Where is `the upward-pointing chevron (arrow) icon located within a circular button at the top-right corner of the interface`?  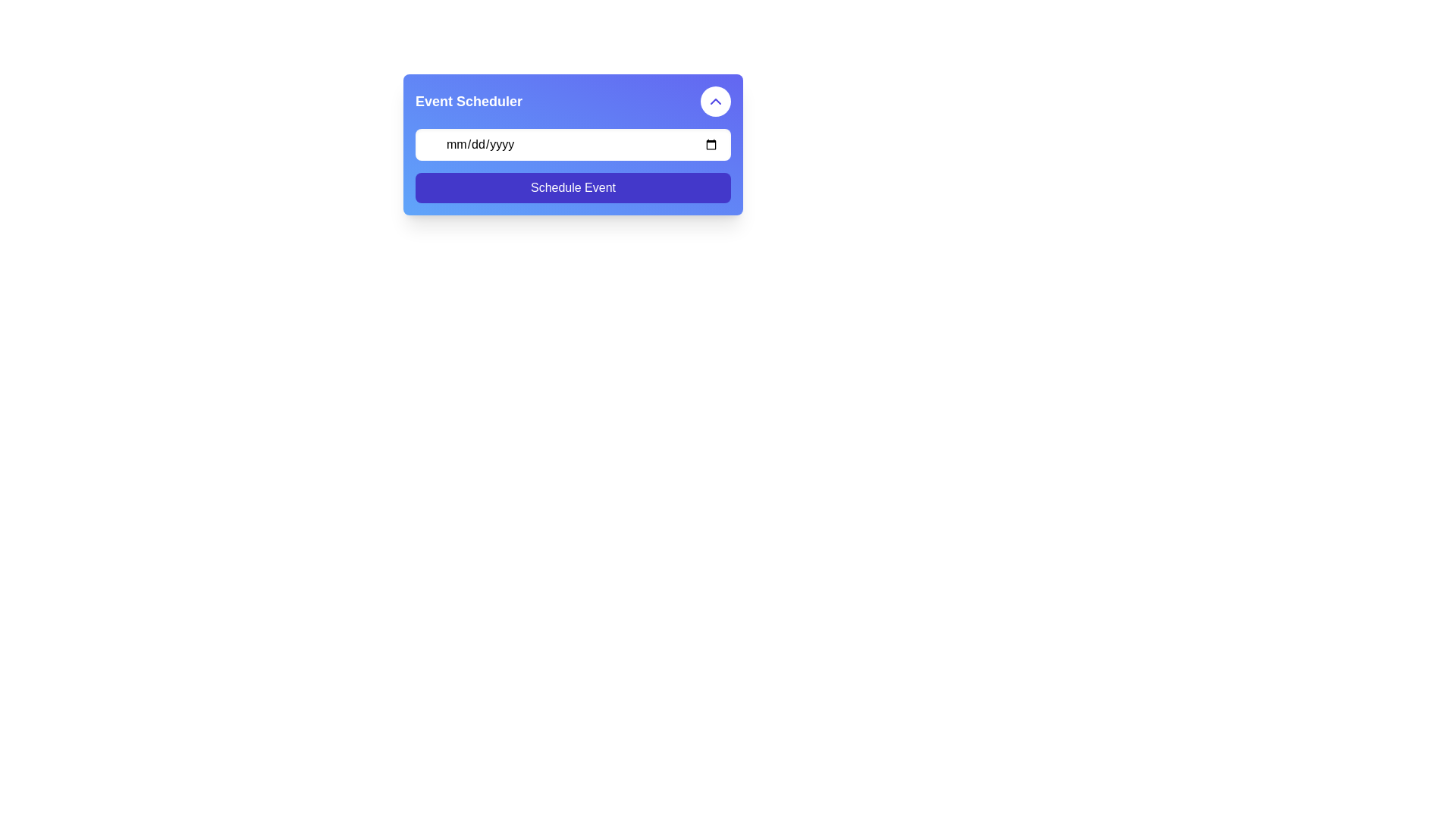
the upward-pointing chevron (arrow) icon located within a circular button at the top-right corner of the interface is located at coordinates (715, 102).